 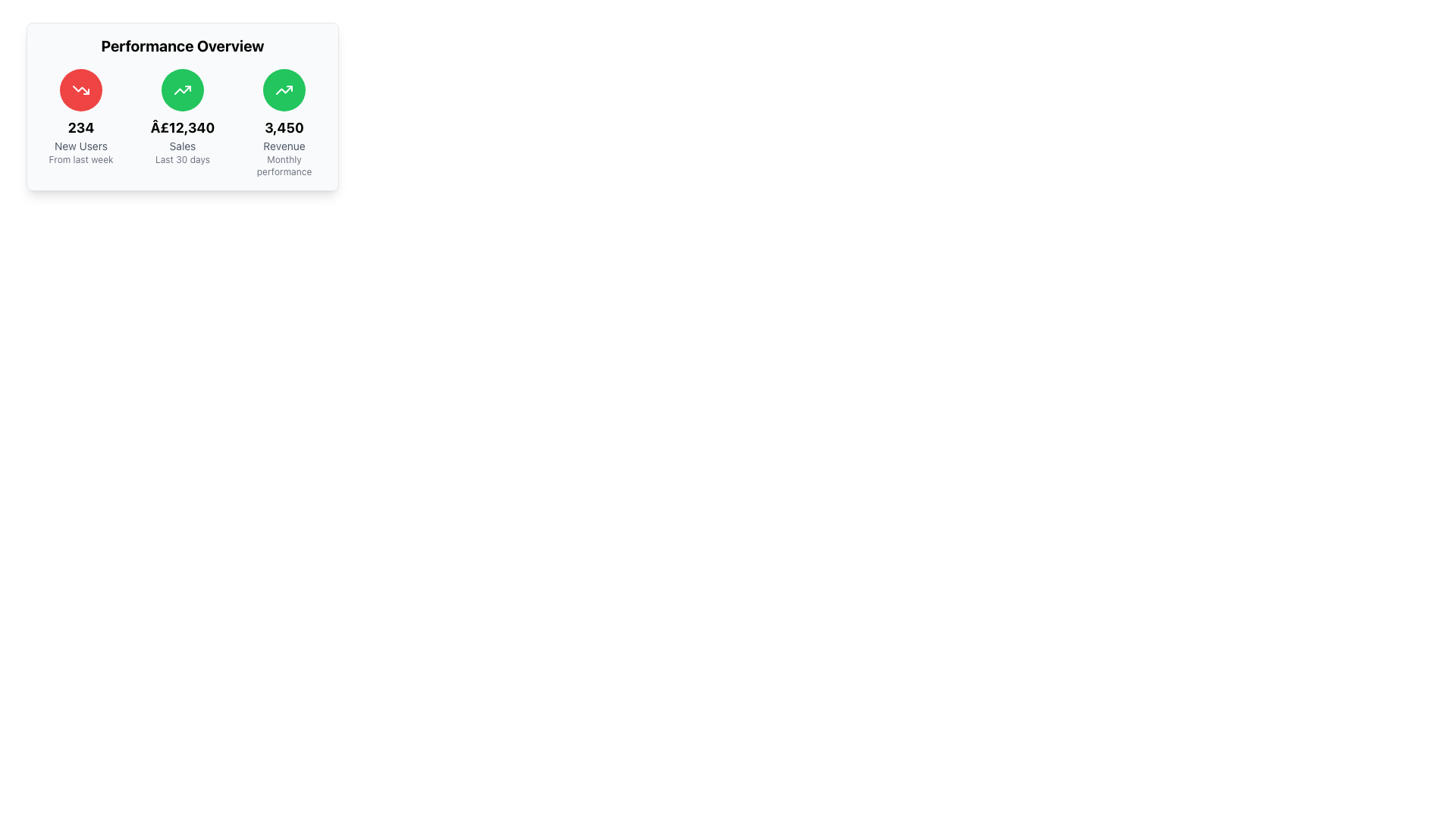 I want to click on the Static Text Display element showing the value '3,450', which is styled in bold and positioned centrally below a green circular icon and above the caption 'Revenue', so click(x=284, y=127).